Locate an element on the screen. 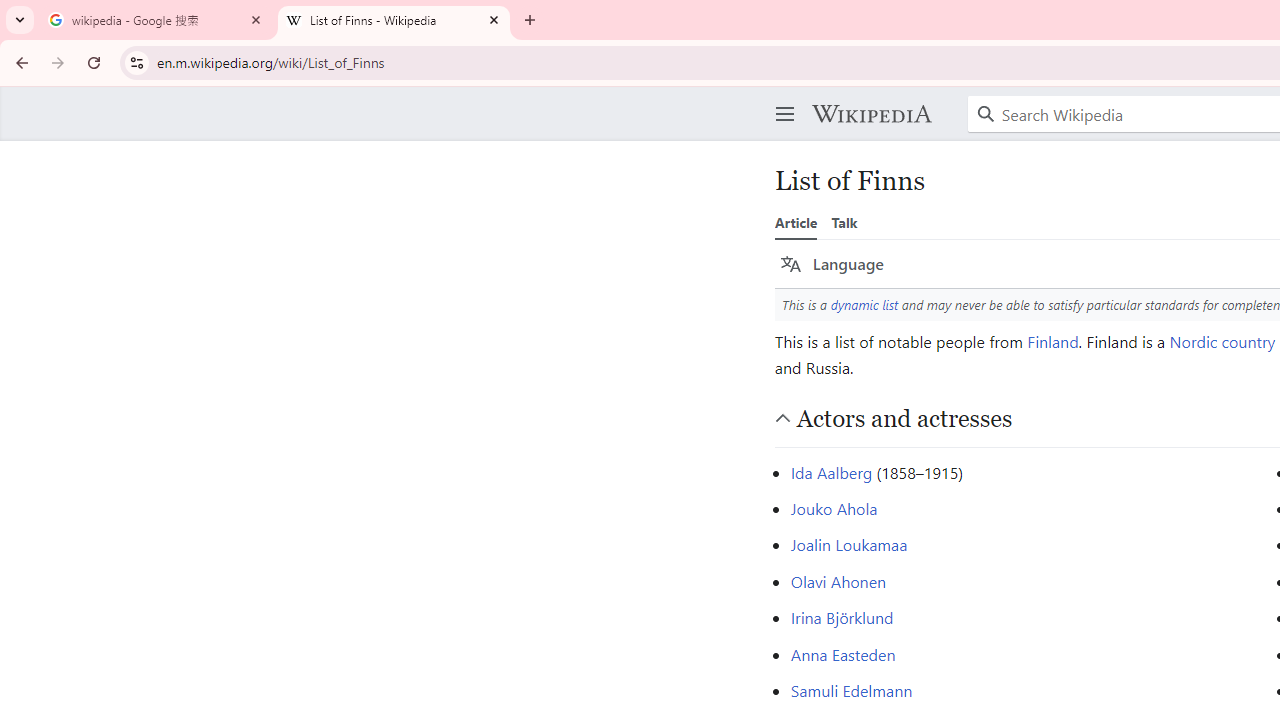 Image resolution: width=1280 pixels, height=720 pixels. 'Samuli Edelmann' is located at coordinates (851, 689).